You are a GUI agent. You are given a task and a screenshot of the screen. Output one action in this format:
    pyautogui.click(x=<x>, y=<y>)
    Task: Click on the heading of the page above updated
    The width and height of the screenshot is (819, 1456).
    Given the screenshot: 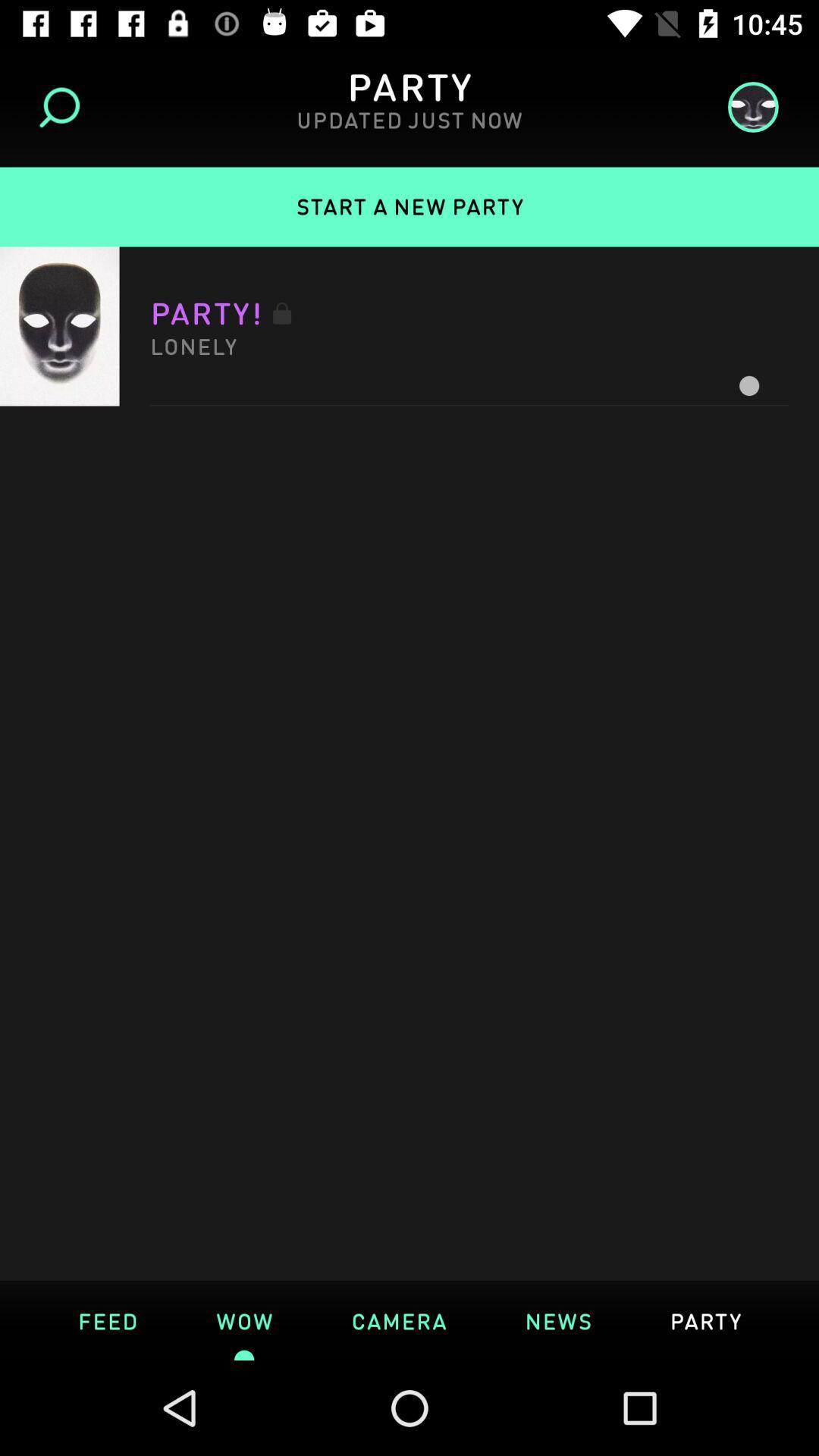 What is the action you would take?
    pyautogui.click(x=408, y=84)
    